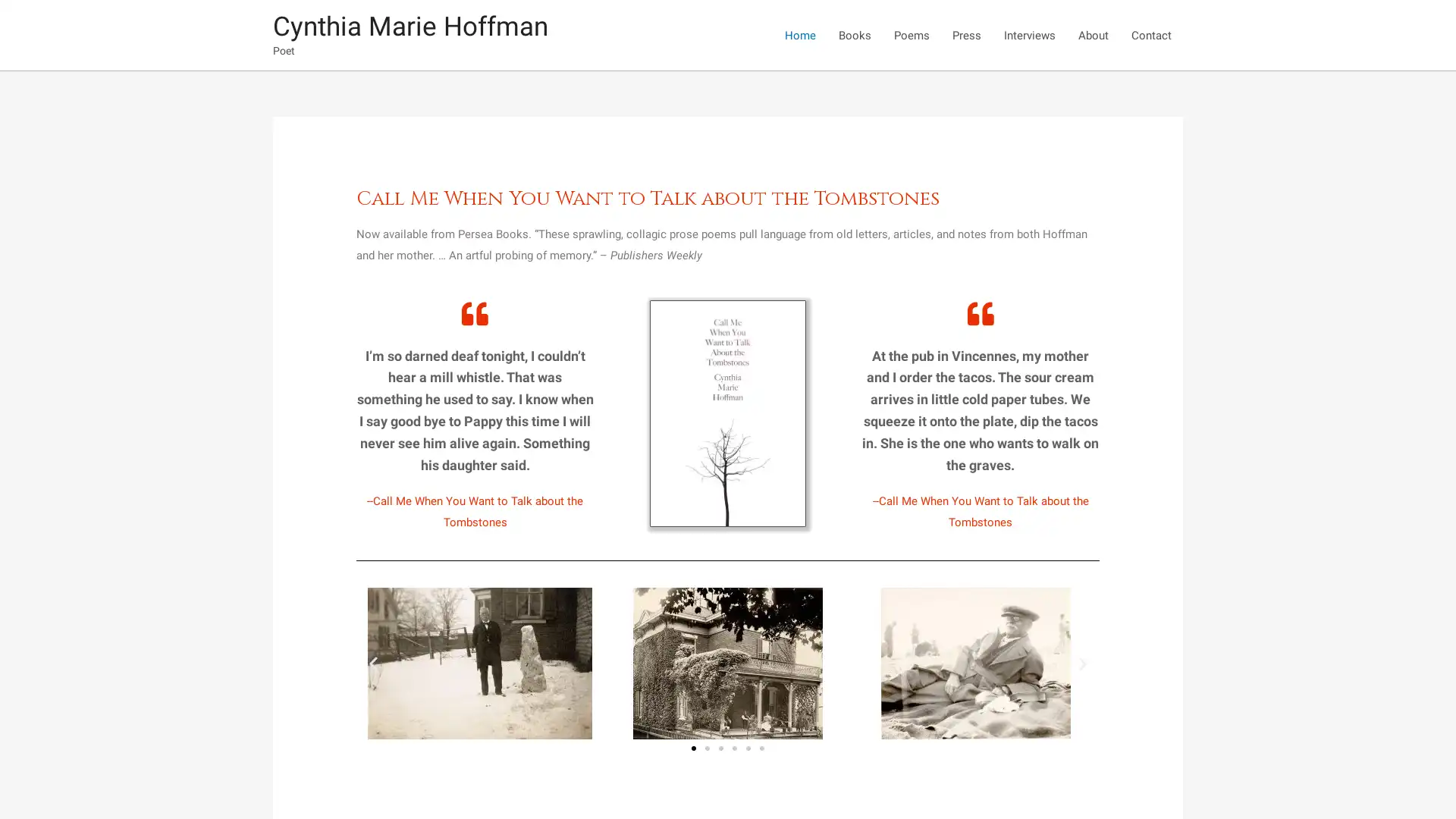 This screenshot has height=819, width=1456. I want to click on Go to slide 5, so click(748, 748).